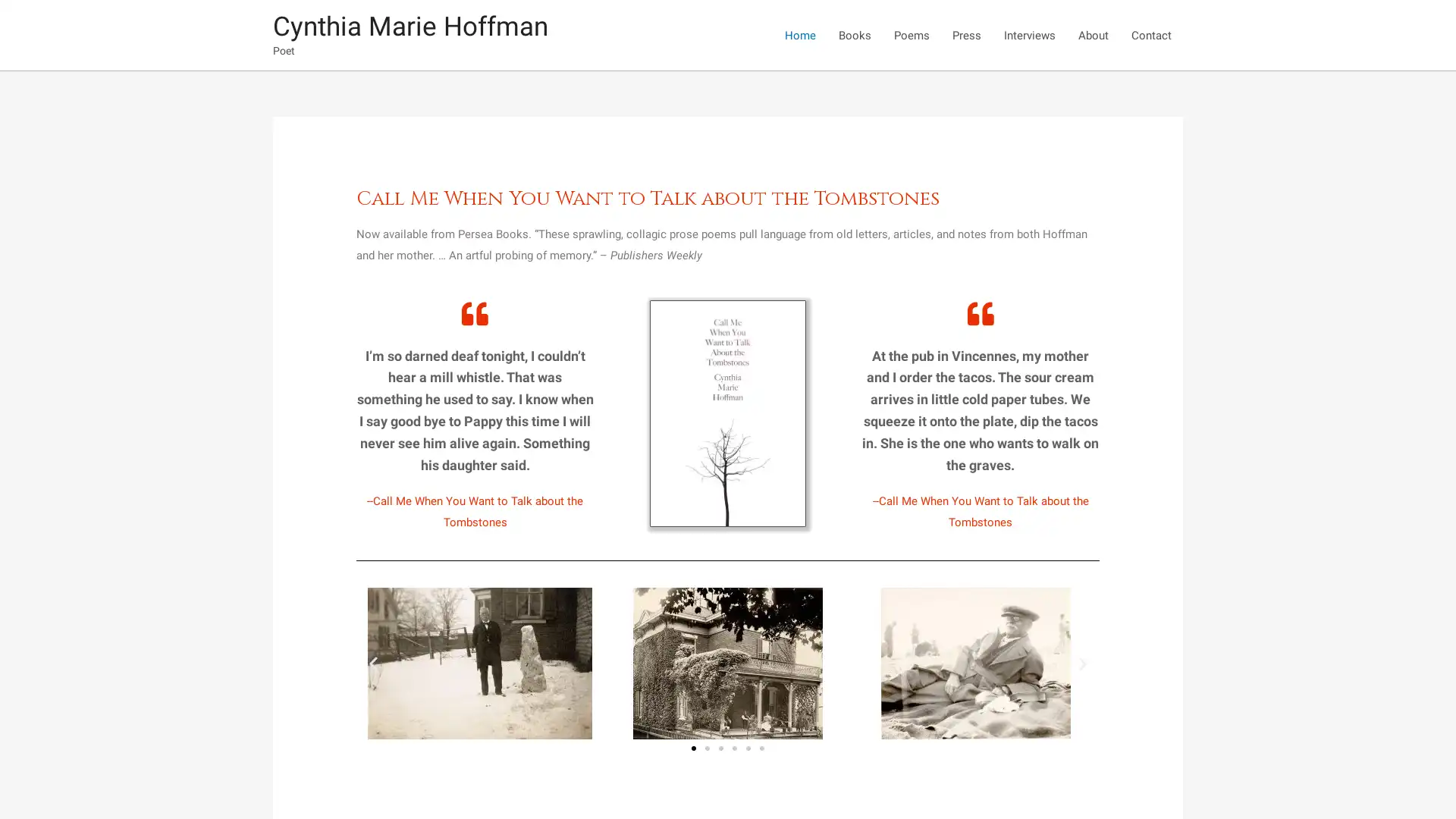 This screenshot has height=819, width=1456. I want to click on Go to slide 5, so click(748, 748).